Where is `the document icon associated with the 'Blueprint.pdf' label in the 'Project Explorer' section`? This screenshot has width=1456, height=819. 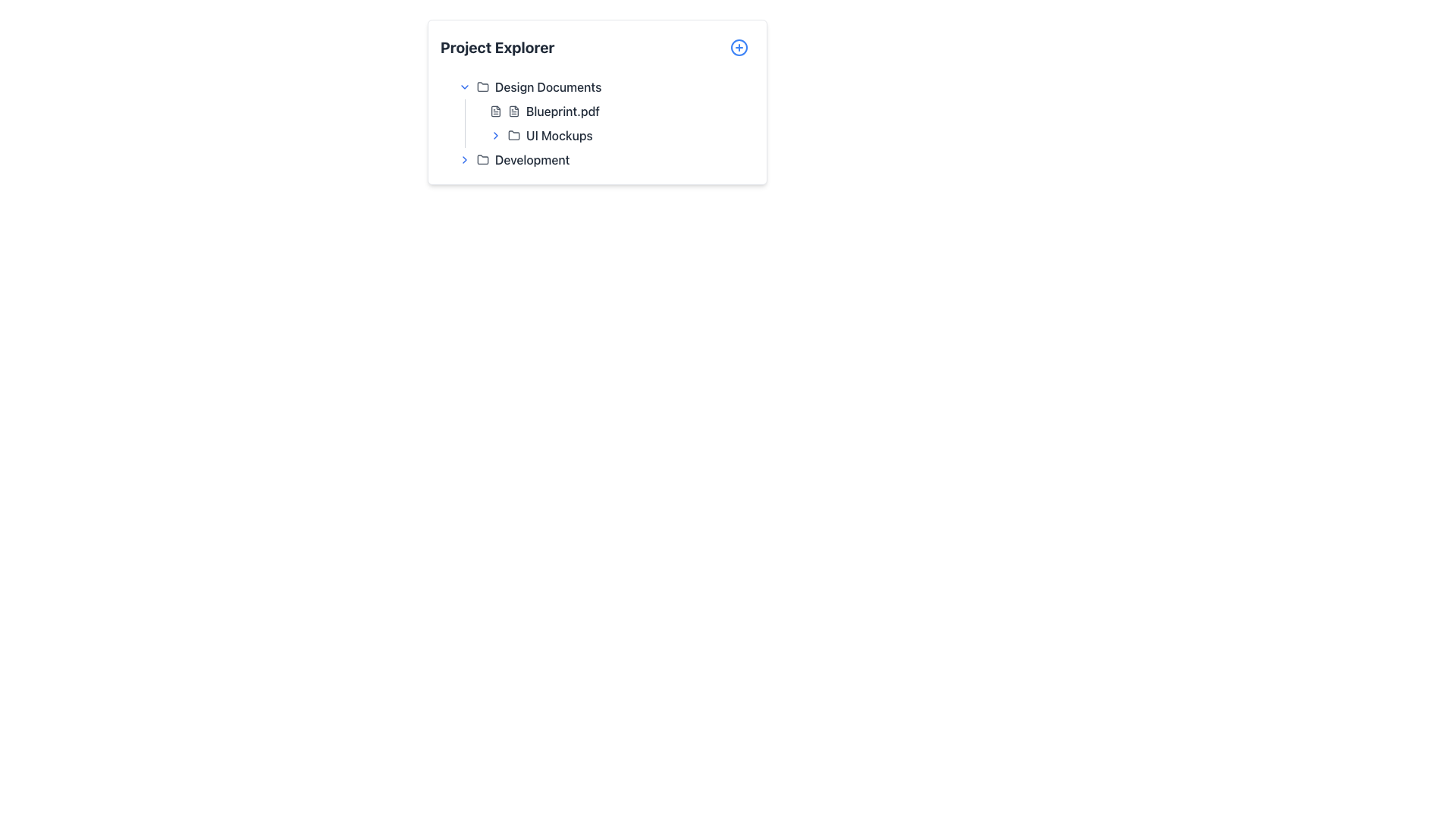 the document icon associated with the 'Blueprint.pdf' label in the 'Project Explorer' section is located at coordinates (495, 110).